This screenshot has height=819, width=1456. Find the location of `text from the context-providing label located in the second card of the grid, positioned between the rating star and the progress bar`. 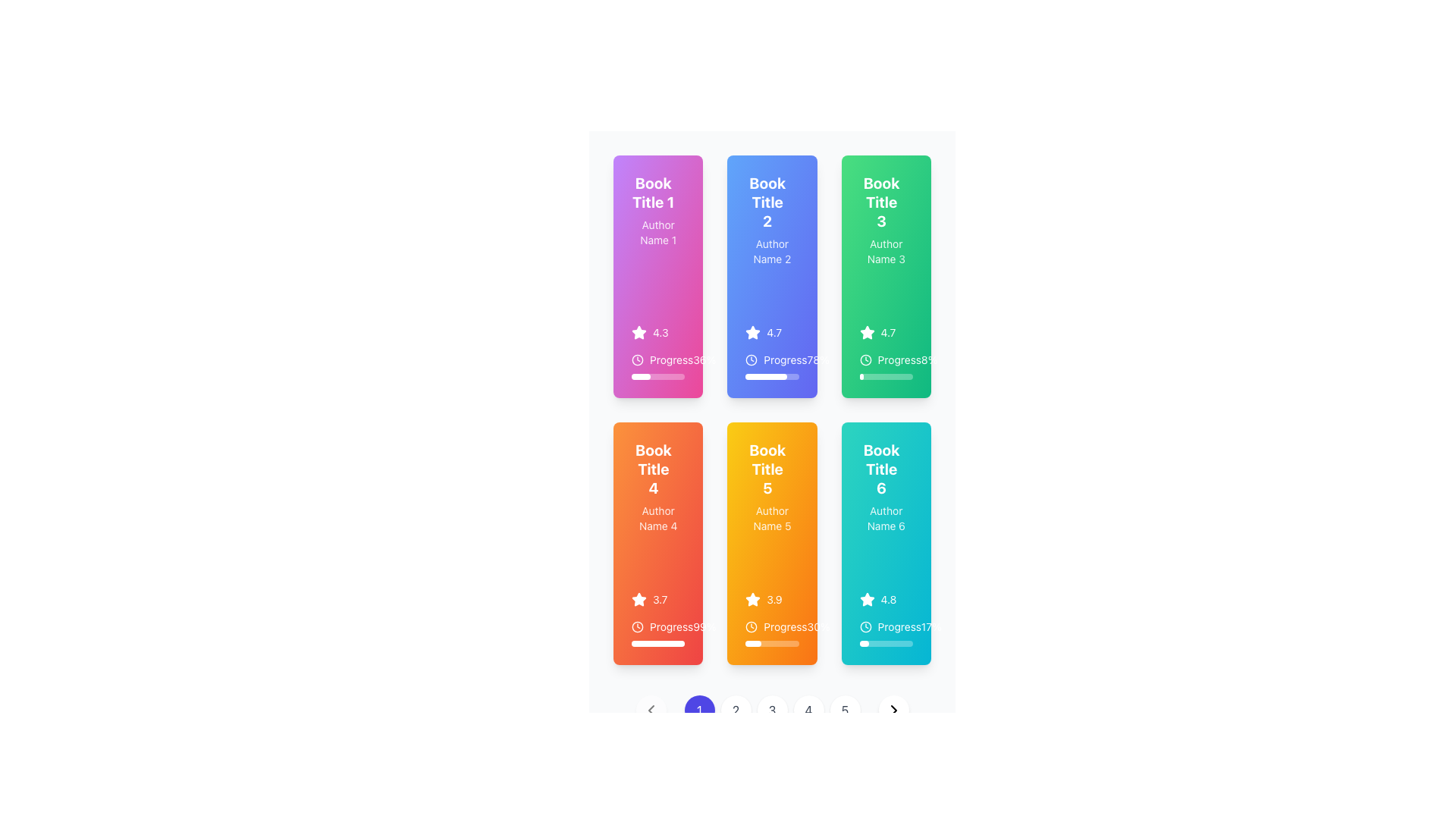

text from the context-providing label located in the second card of the grid, positioned between the rating star and the progress bar is located at coordinates (786, 359).